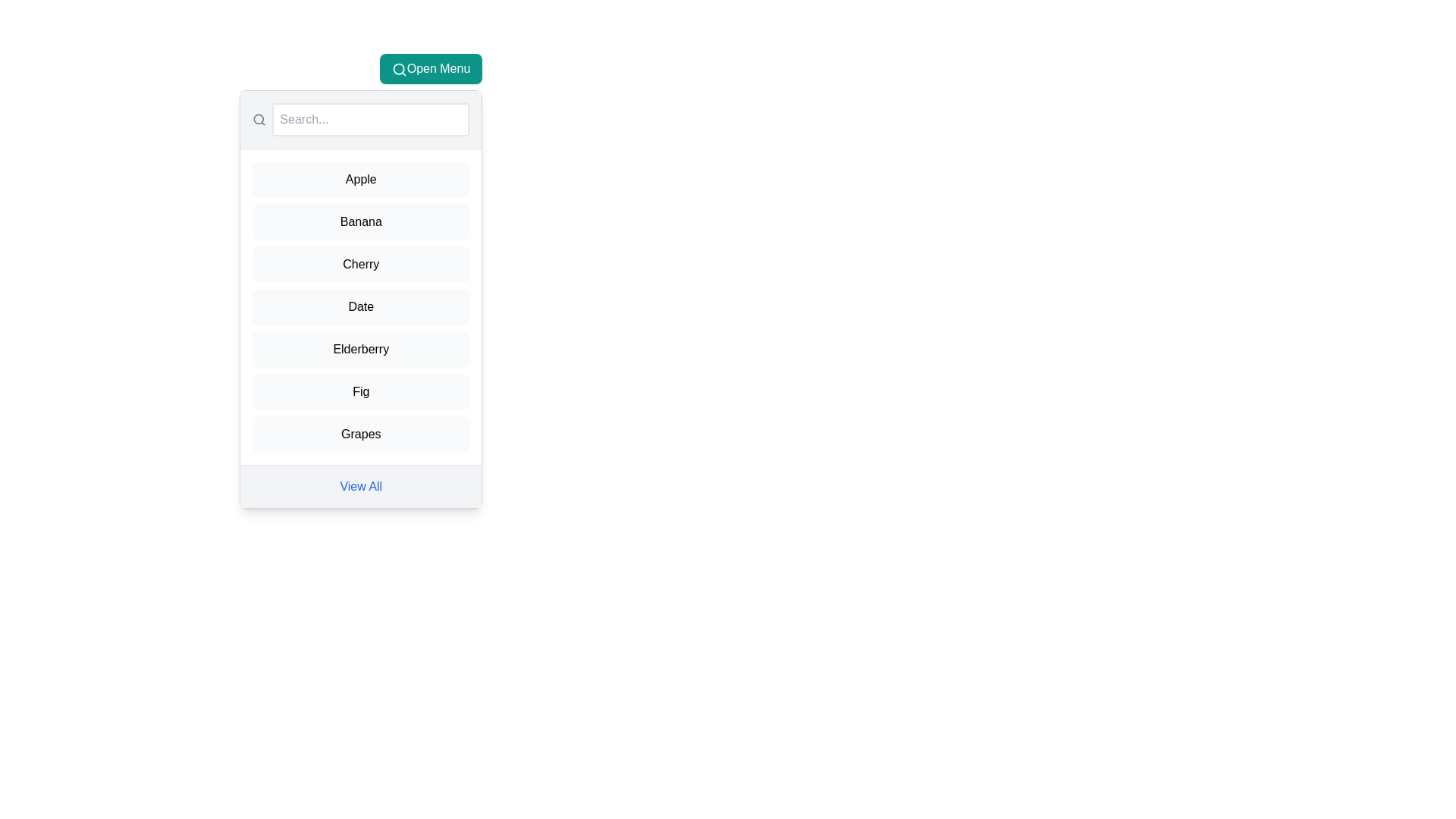 The height and width of the screenshot is (819, 1456). Describe the element at coordinates (398, 68) in the screenshot. I see `the inner circle of the magnifying glass icon located to the left side of the search input bar at the top of the dropdown menu interface` at that location.